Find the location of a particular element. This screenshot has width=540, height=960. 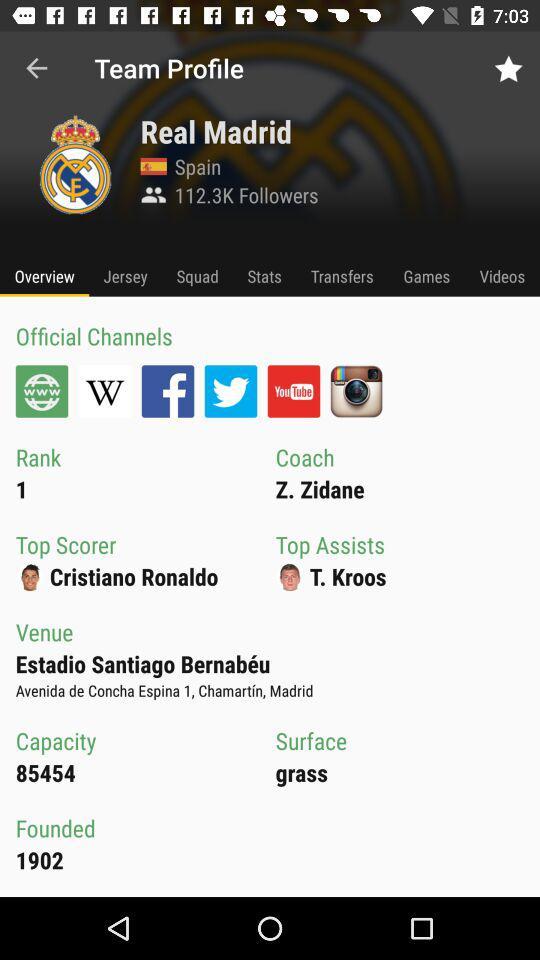

to wikipedia option is located at coordinates (104, 390).